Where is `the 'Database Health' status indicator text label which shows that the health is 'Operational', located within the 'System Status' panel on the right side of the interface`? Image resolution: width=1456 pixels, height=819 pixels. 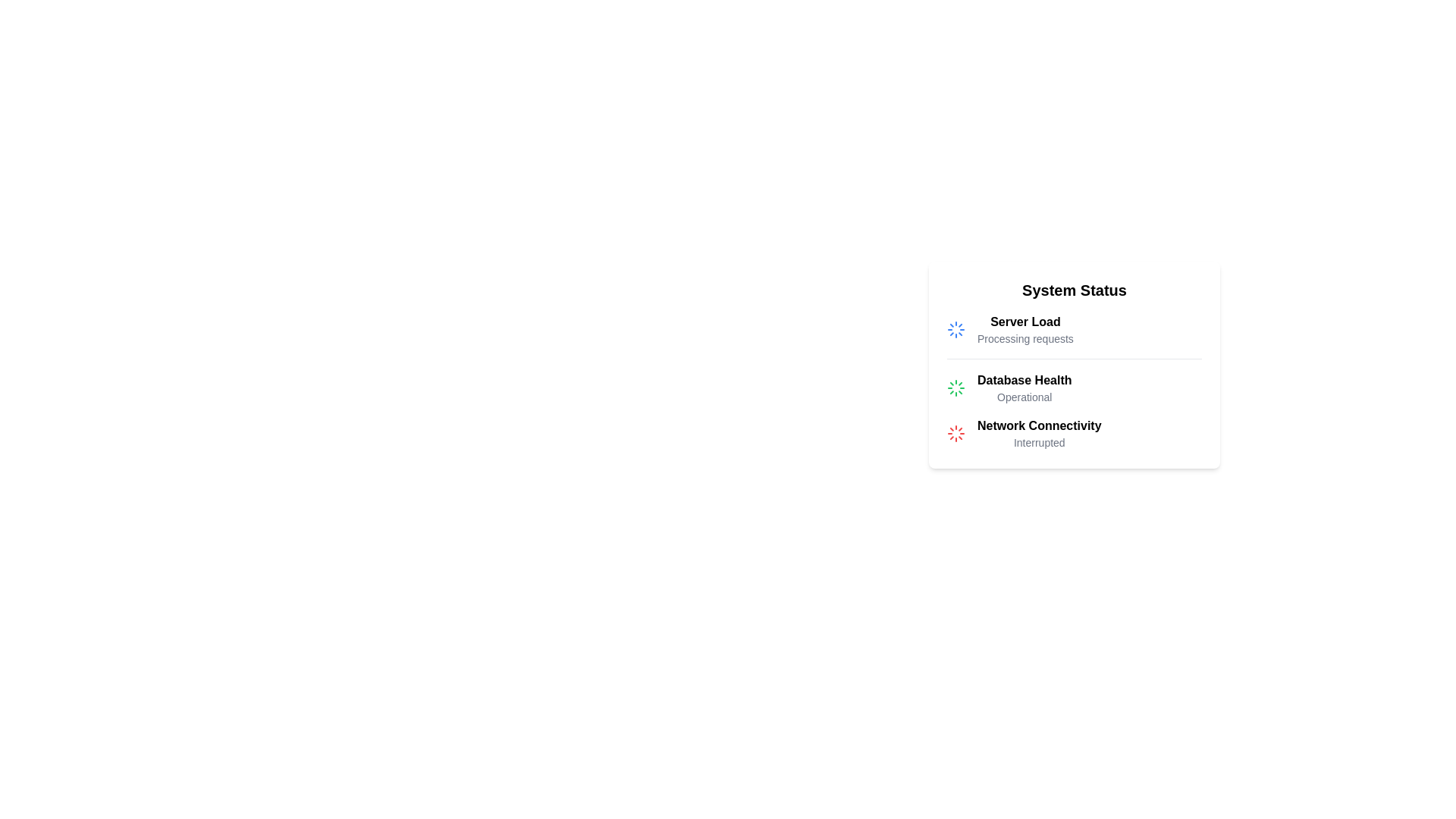 the 'Database Health' status indicator text label which shows that the health is 'Operational', located within the 'System Status' panel on the right side of the interface is located at coordinates (1025, 397).